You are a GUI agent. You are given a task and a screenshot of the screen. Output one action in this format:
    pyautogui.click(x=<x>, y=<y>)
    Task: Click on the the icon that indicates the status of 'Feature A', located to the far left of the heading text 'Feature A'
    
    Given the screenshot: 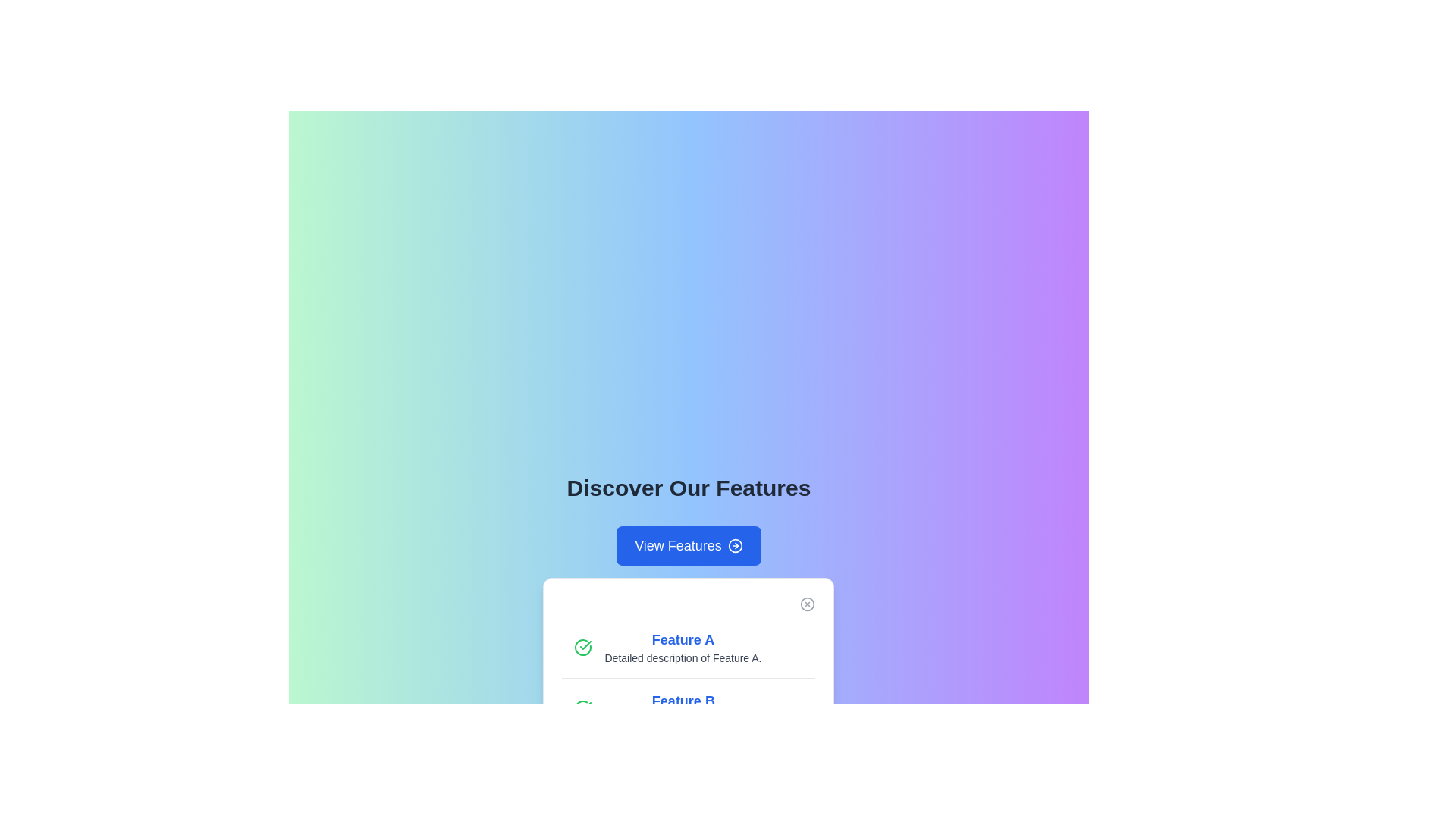 What is the action you would take?
    pyautogui.click(x=582, y=647)
    